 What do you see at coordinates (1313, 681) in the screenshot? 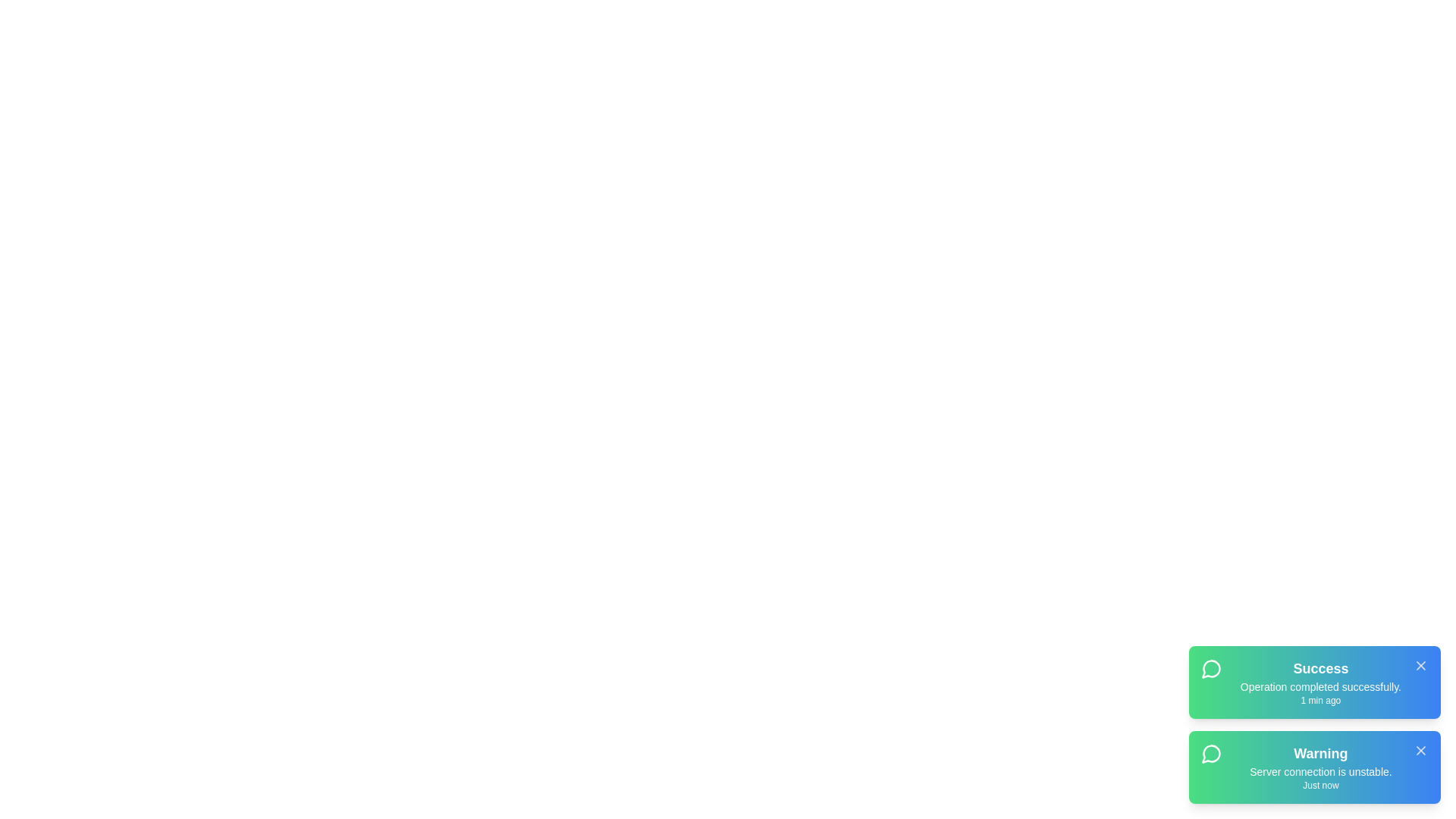
I see `the text of the notification 1` at bounding box center [1313, 681].